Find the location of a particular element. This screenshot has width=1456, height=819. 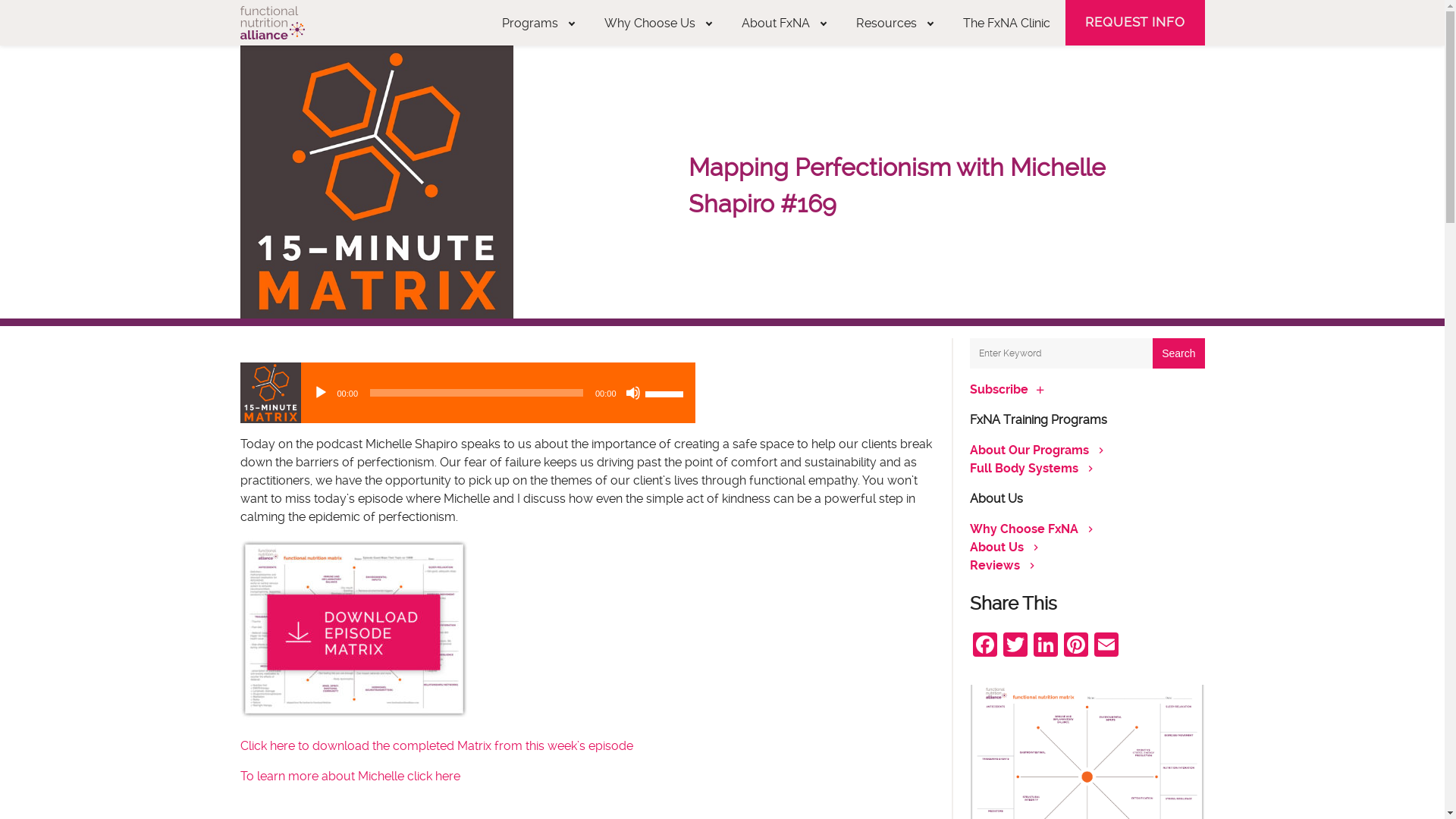

'Play' is located at coordinates (319, 391).